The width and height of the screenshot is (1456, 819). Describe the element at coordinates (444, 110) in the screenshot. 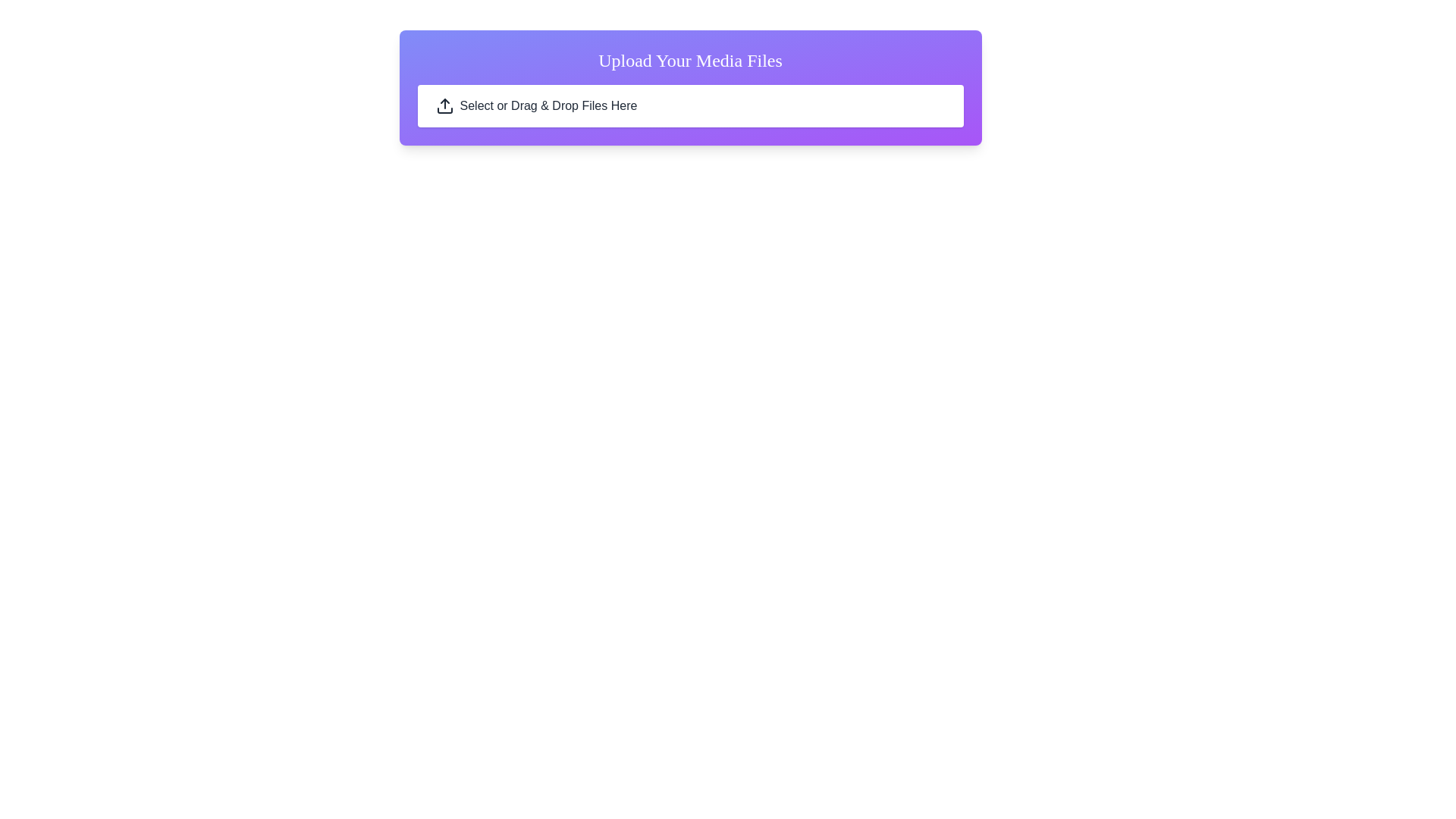

I see `the curved line segment representing the bottom part of the icon in the SVG graphic, which appears in black on a white background` at that location.